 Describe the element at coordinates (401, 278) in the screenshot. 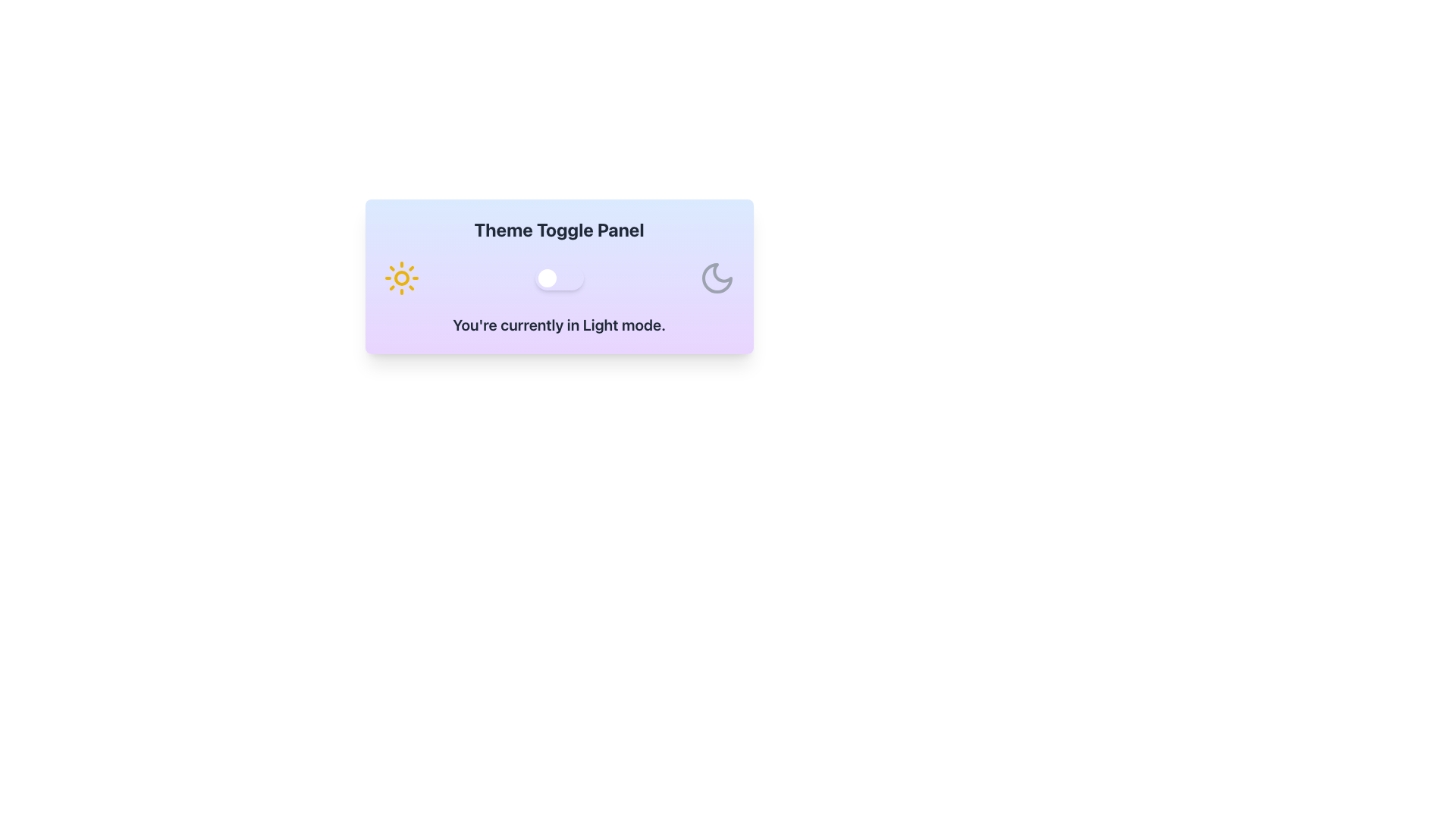

I see `the decorative circle at the center of the sun icon in the toggle panel, which signifies light or day mode` at that location.